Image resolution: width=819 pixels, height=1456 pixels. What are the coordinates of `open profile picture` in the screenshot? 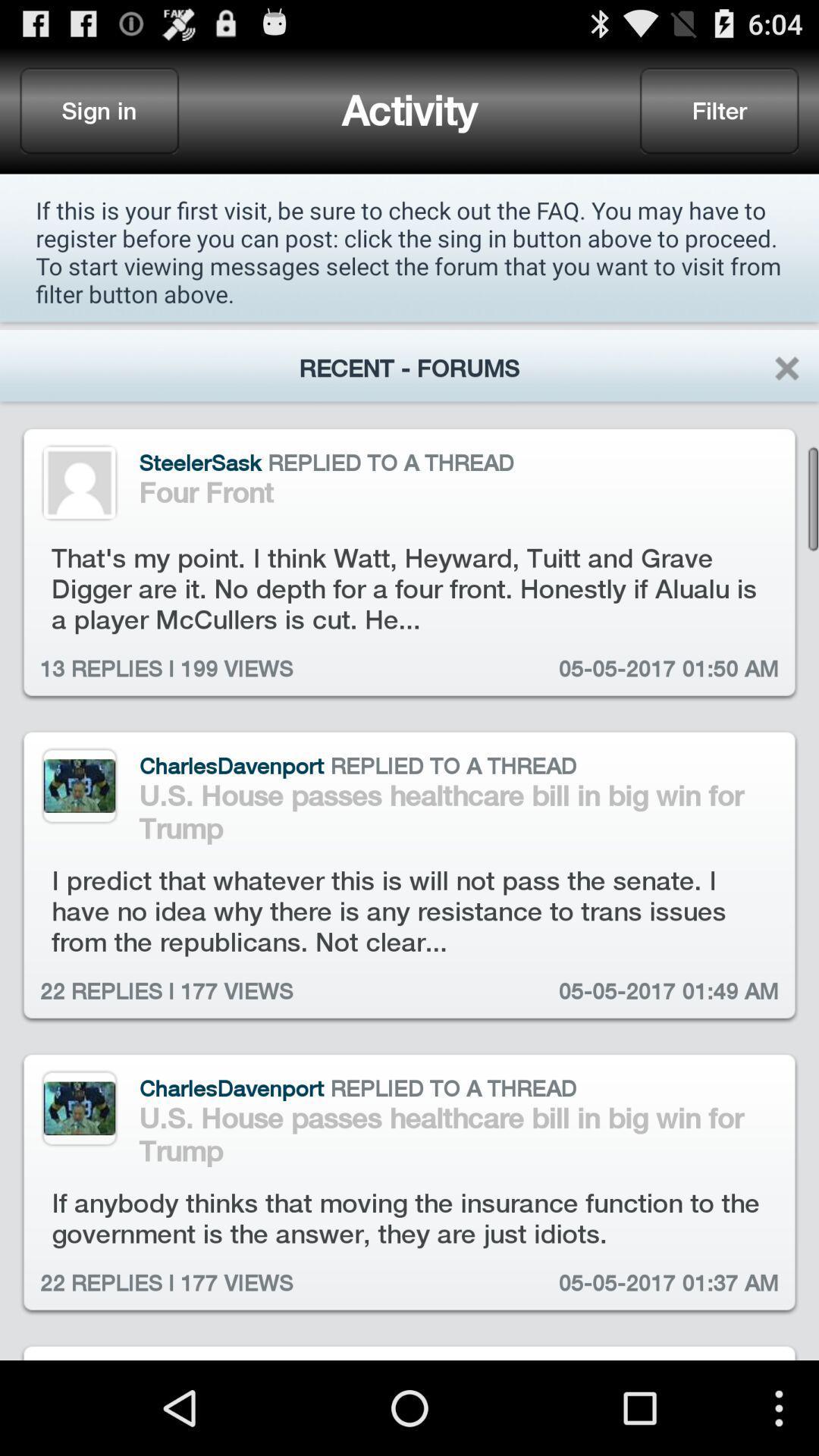 It's located at (79, 482).